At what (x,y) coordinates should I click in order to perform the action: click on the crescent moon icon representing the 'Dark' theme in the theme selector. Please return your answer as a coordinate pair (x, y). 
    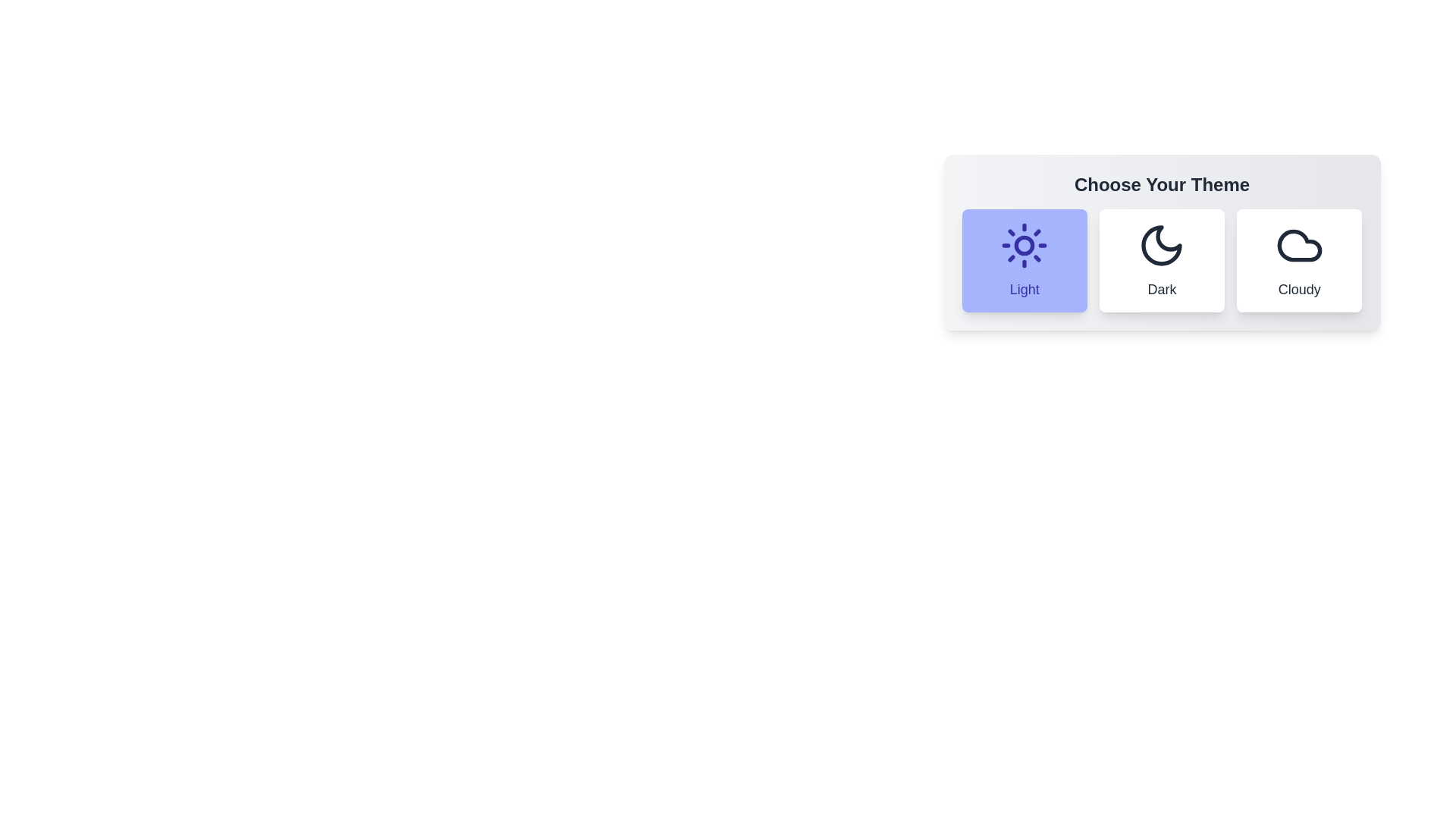
    Looking at the image, I should click on (1161, 245).